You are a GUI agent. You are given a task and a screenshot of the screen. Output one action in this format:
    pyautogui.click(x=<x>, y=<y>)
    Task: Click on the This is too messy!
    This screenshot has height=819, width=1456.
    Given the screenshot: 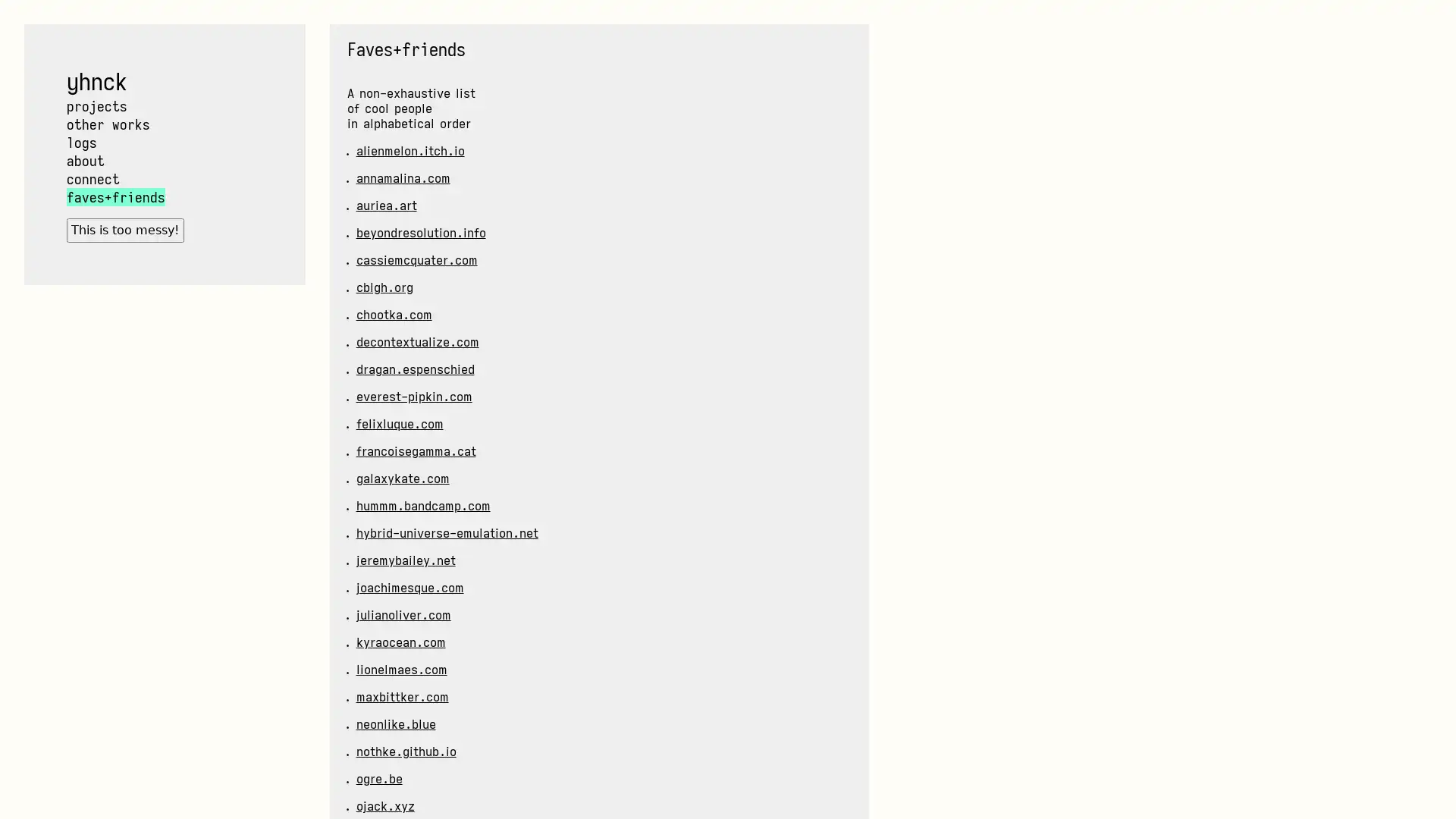 What is the action you would take?
    pyautogui.click(x=124, y=230)
    